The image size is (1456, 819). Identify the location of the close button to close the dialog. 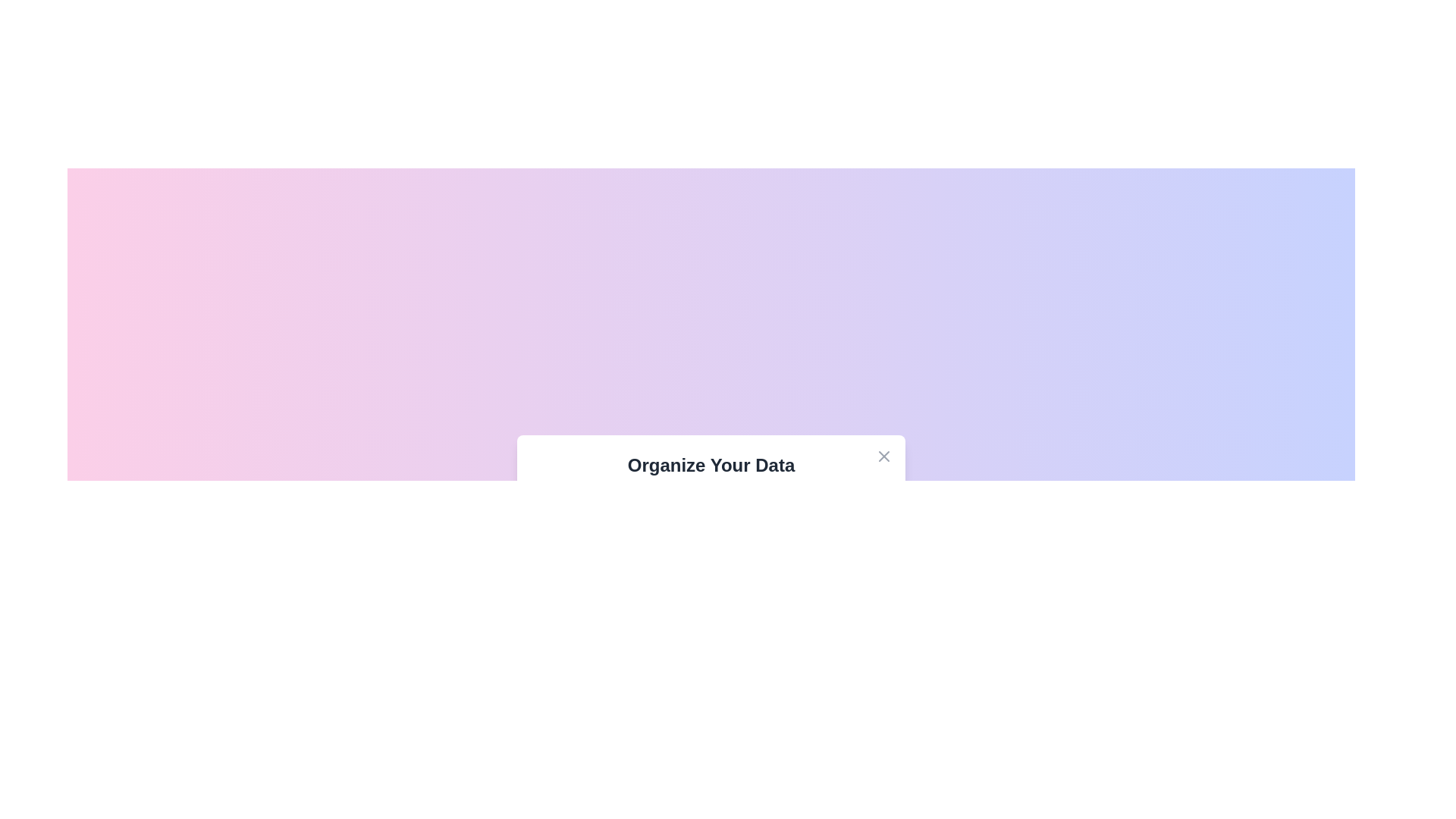
(884, 455).